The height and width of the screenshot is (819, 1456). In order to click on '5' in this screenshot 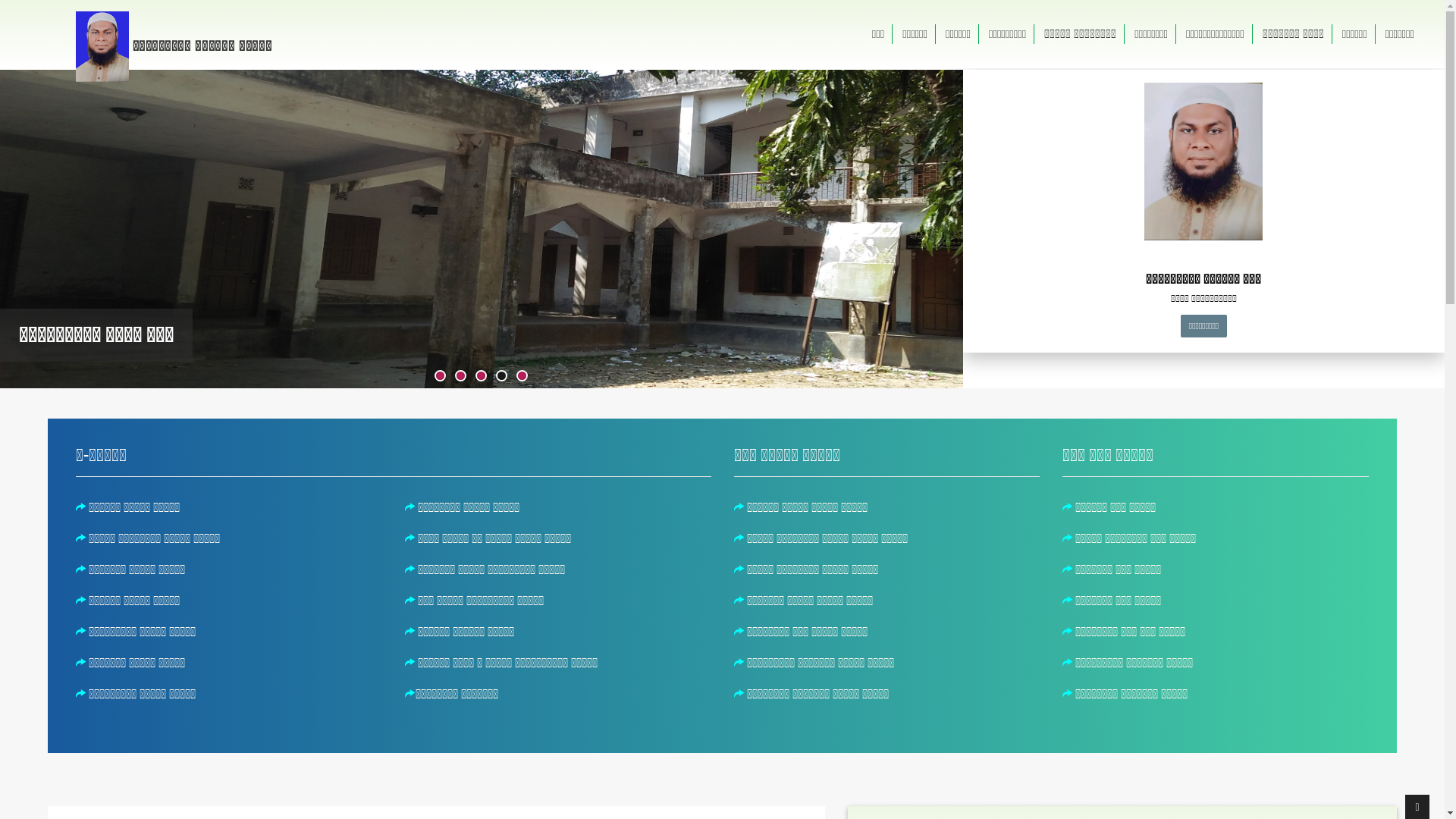, I will do `click(522, 375)`.